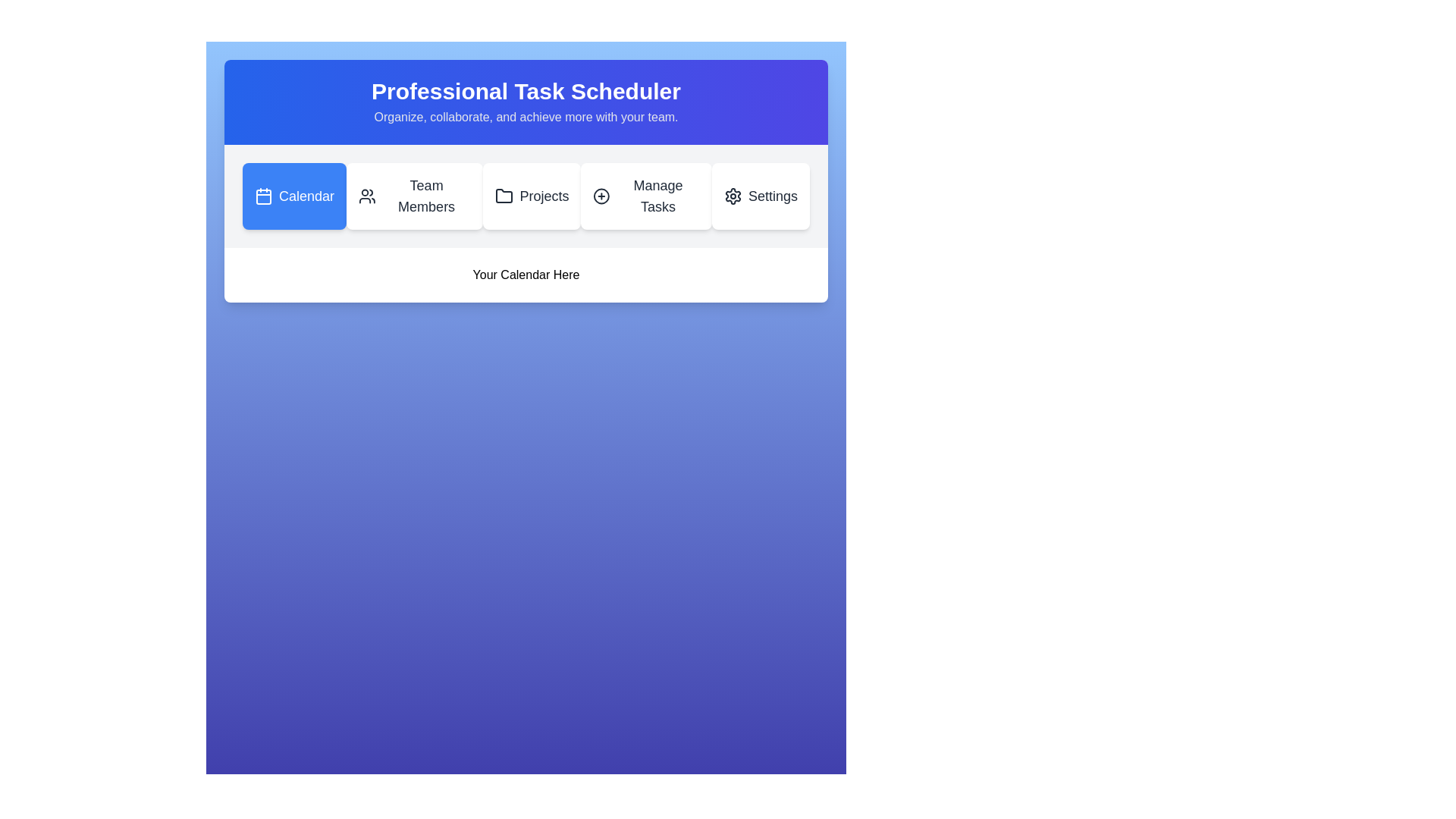 This screenshot has width=1456, height=819. Describe the element at coordinates (415, 195) in the screenshot. I see `the 'Team Members' button, which has a white background and an icon of two user silhouettes` at that location.